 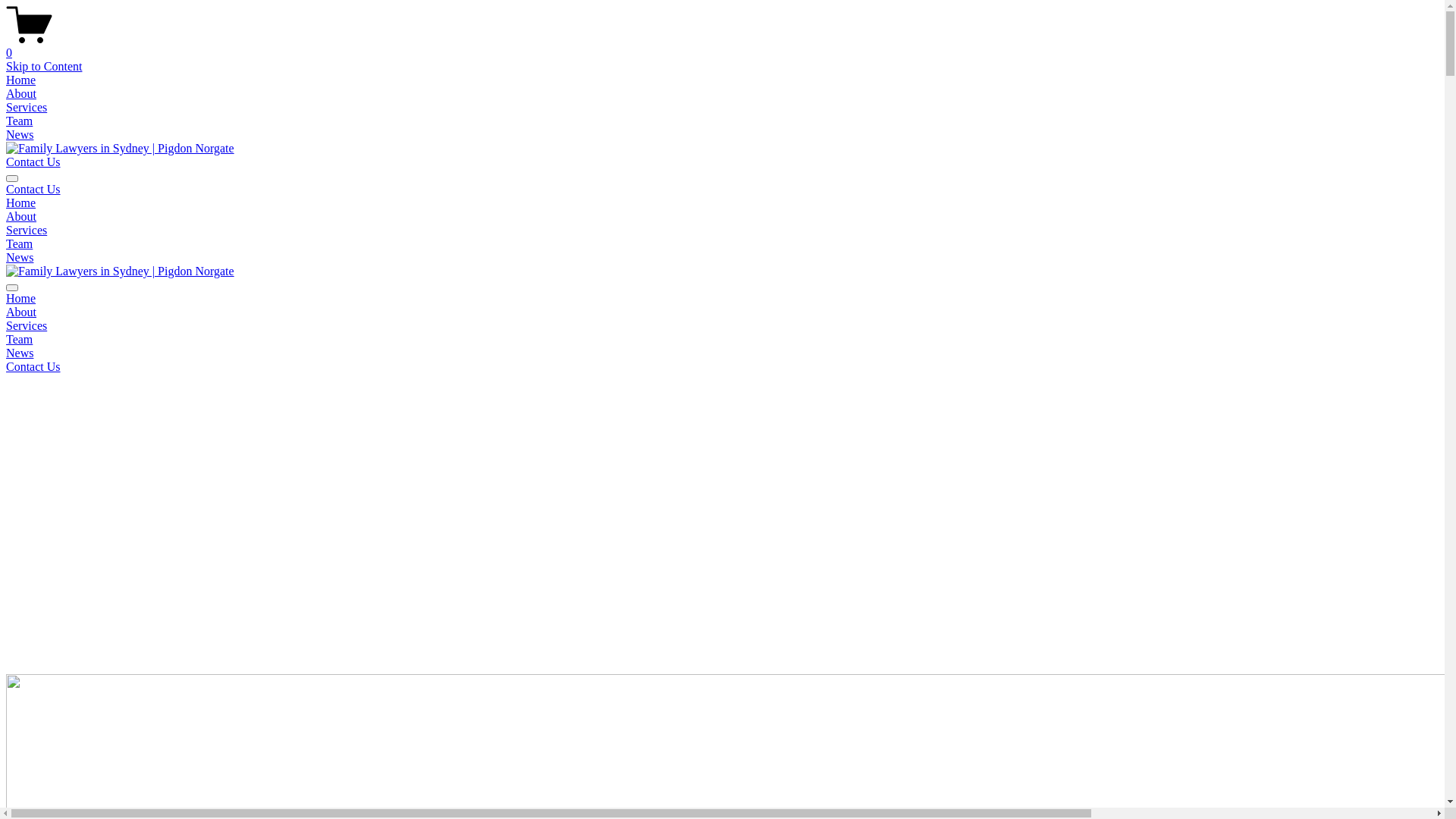 What do you see at coordinates (20, 202) in the screenshot?
I see `'Home'` at bounding box center [20, 202].